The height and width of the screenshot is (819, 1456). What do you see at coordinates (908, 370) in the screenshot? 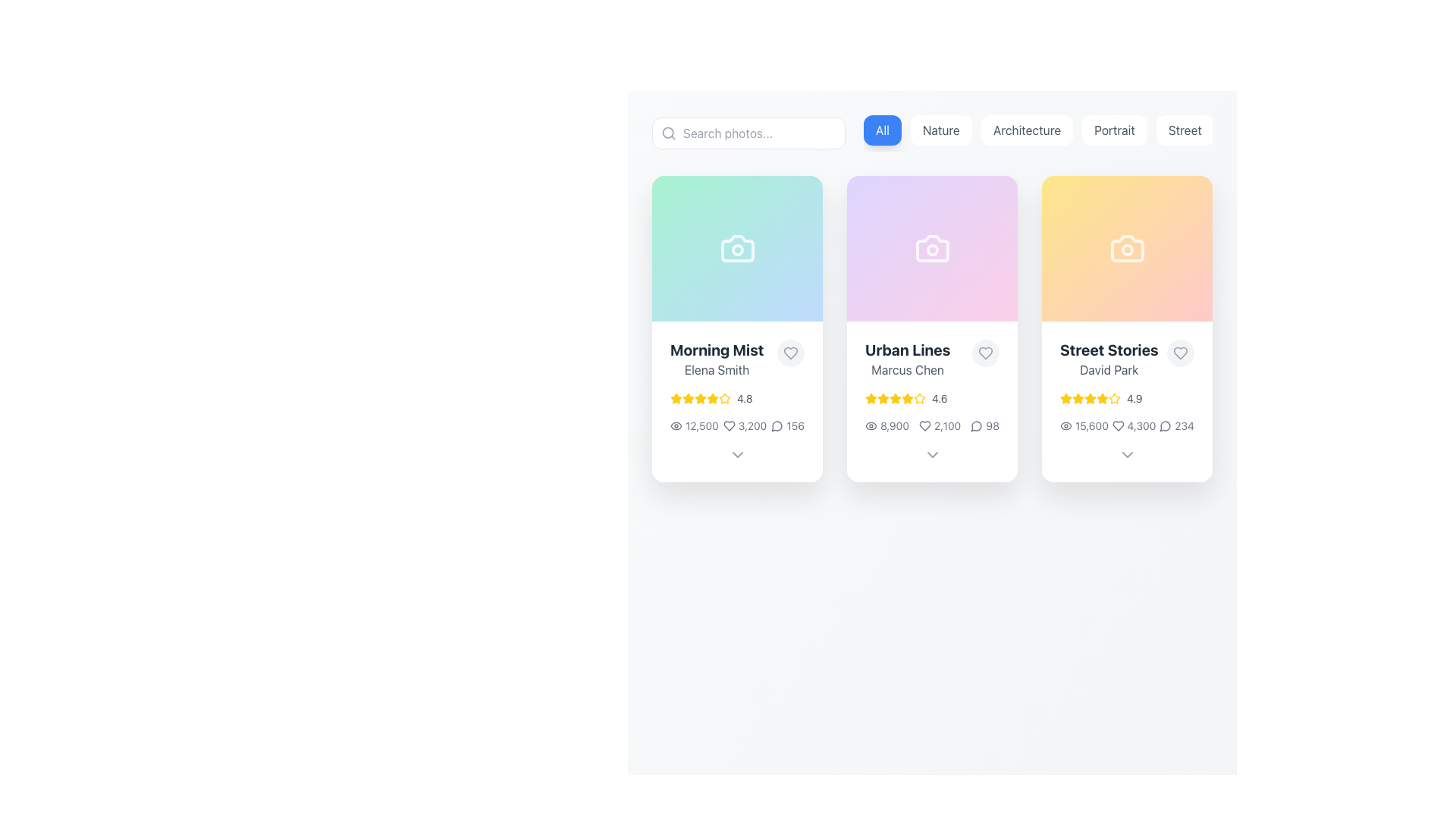
I see `the text label displaying 'Marcus Chen', which is positioned below 'Urban Lines' in the second column of the grid layout` at bounding box center [908, 370].